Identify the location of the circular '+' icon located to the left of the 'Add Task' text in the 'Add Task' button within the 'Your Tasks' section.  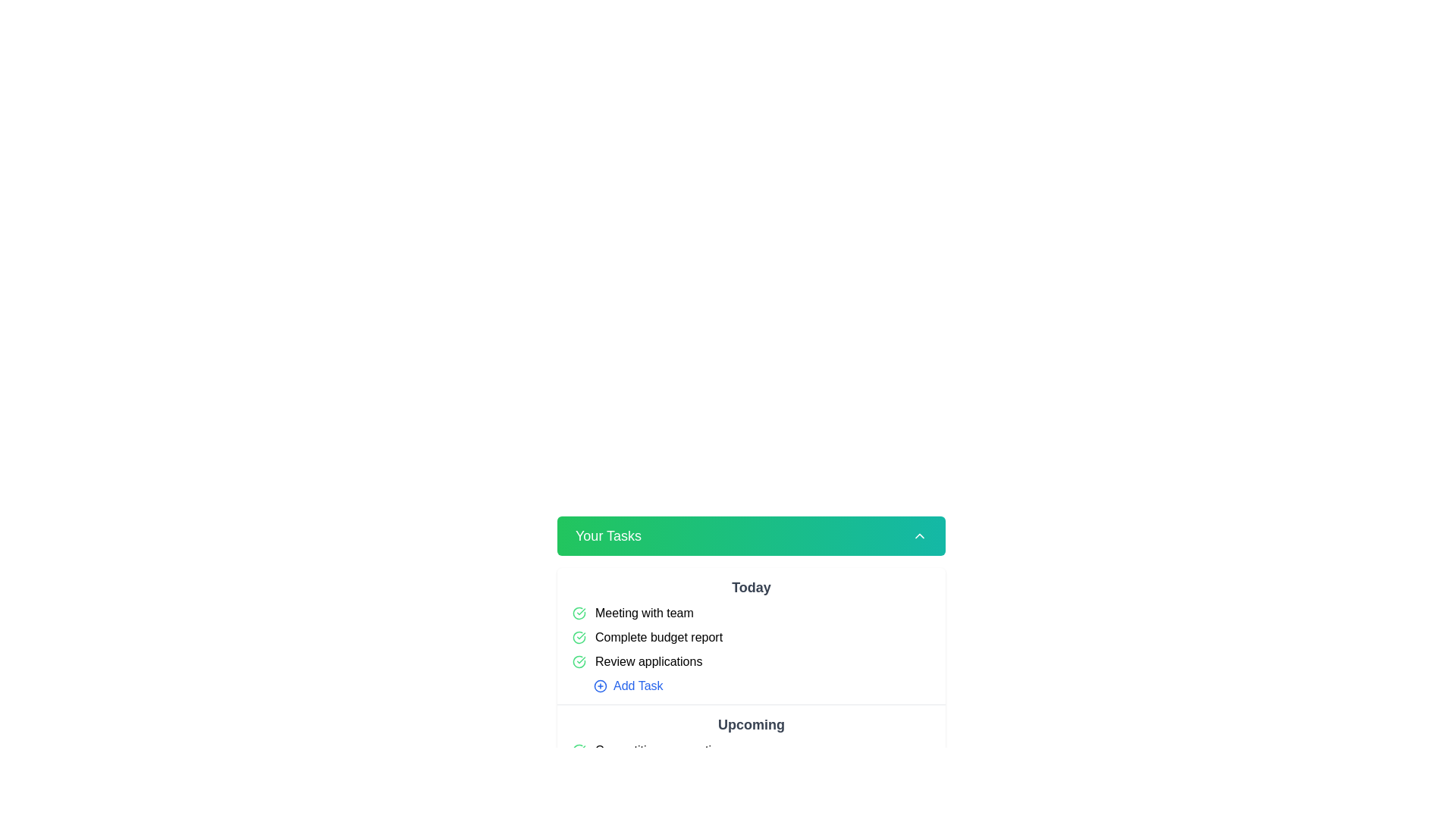
(600, 686).